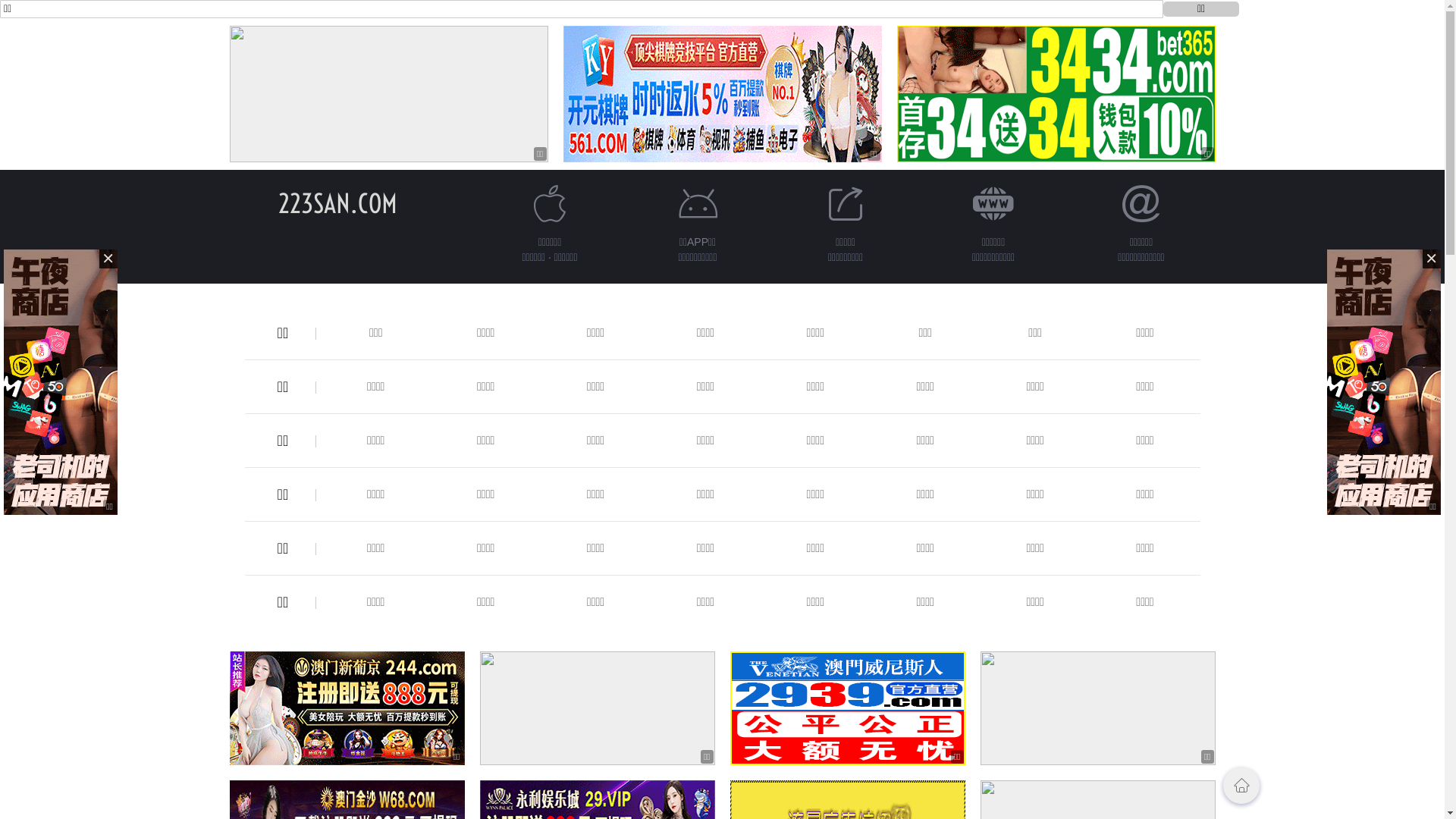 Image resolution: width=1456 pixels, height=819 pixels. Describe the element at coordinates (337, 202) in the screenshot. I see `'223SAN.COM'` at that location.